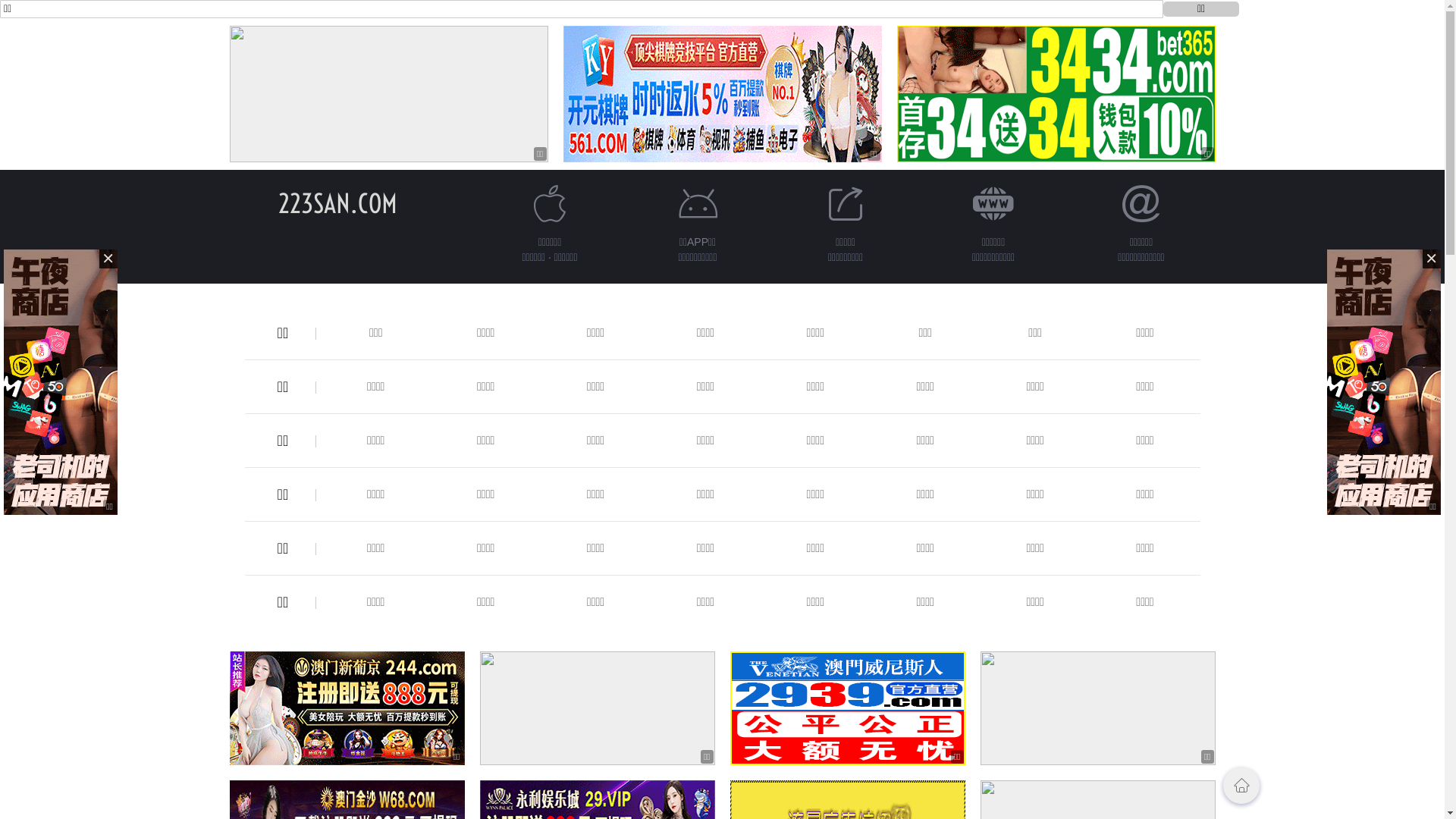 Image resolution: width=1456 pixels, height=819 pixels. Describe the element at coordinates (337, 202) in the screenshot. I see `'223SAN.COM'` at that location.